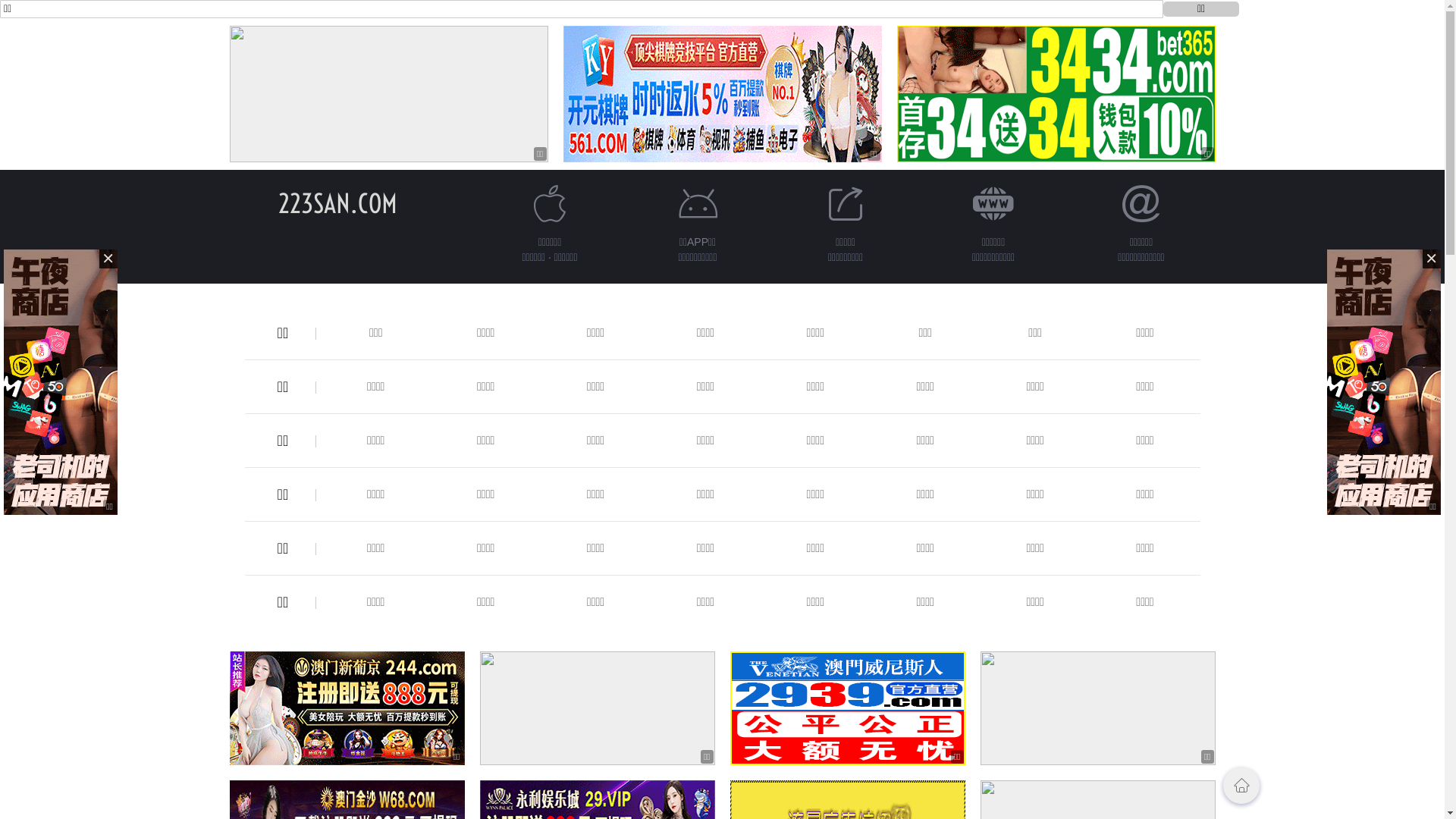 Image resolution: width=1456 pixels, height=819 pixels. Describe the element at coordinates (337, 202) in the screenshot. I see `'223SAN.COM'` at that location.